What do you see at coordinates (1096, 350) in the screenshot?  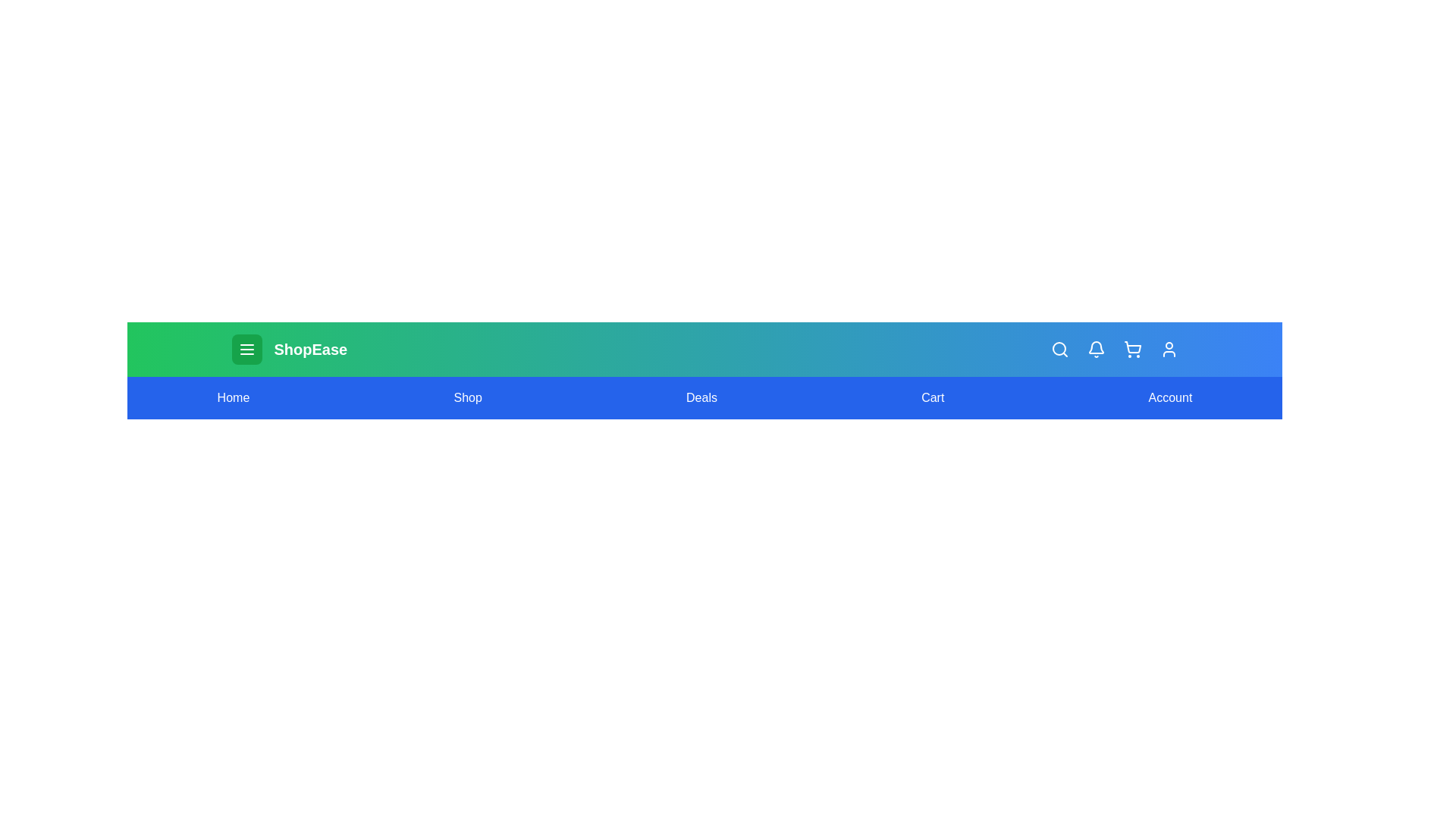 I see `the notifications icon to perform its respective action` at bounding box center [1096, 350].